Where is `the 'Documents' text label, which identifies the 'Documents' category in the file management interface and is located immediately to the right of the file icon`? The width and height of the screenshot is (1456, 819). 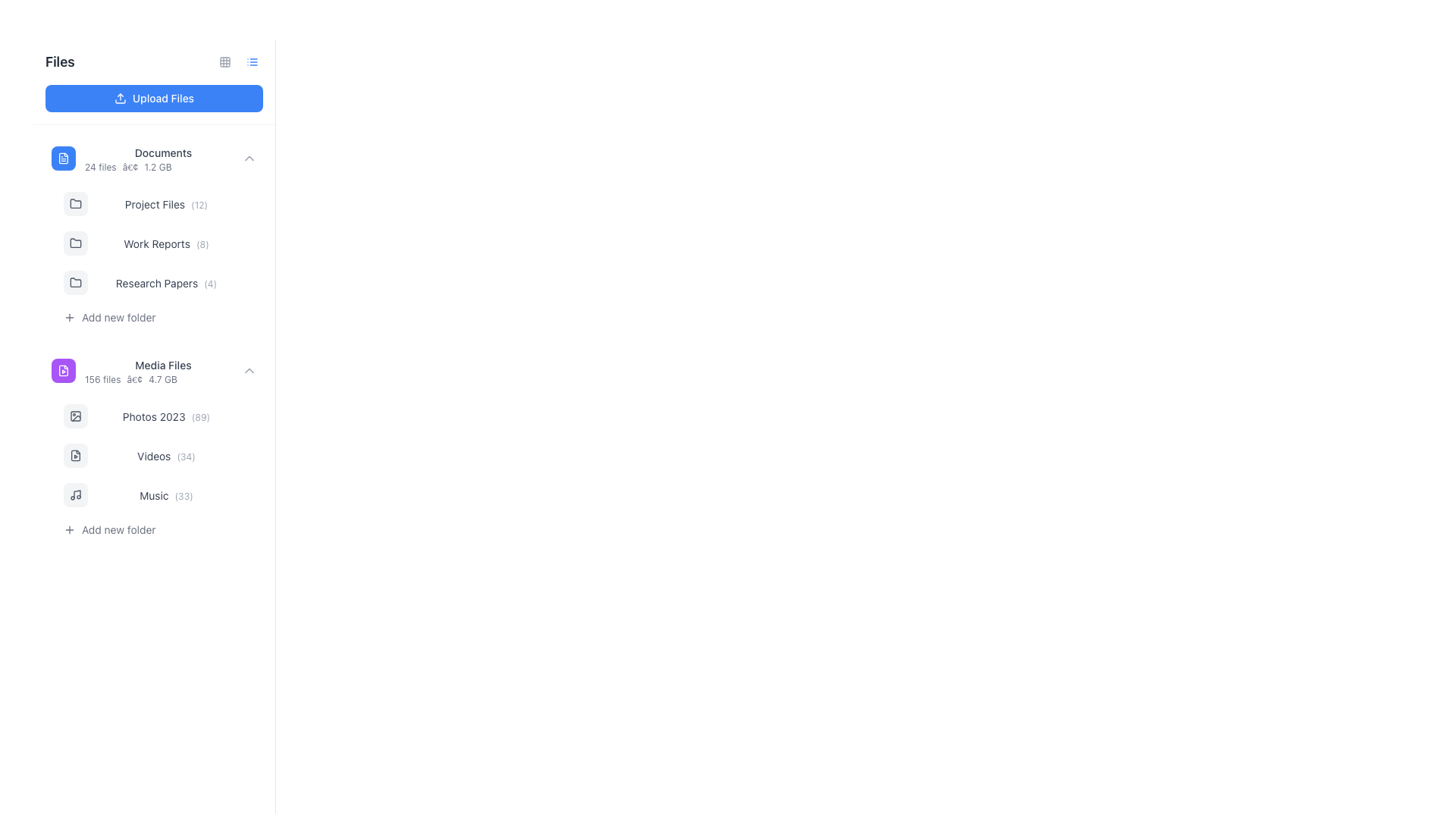
the 'Documents' text label, which identifies the 'Documents' category in the file management interface and is located immediately to the right of the file icon is located at coordinates (163, 152).